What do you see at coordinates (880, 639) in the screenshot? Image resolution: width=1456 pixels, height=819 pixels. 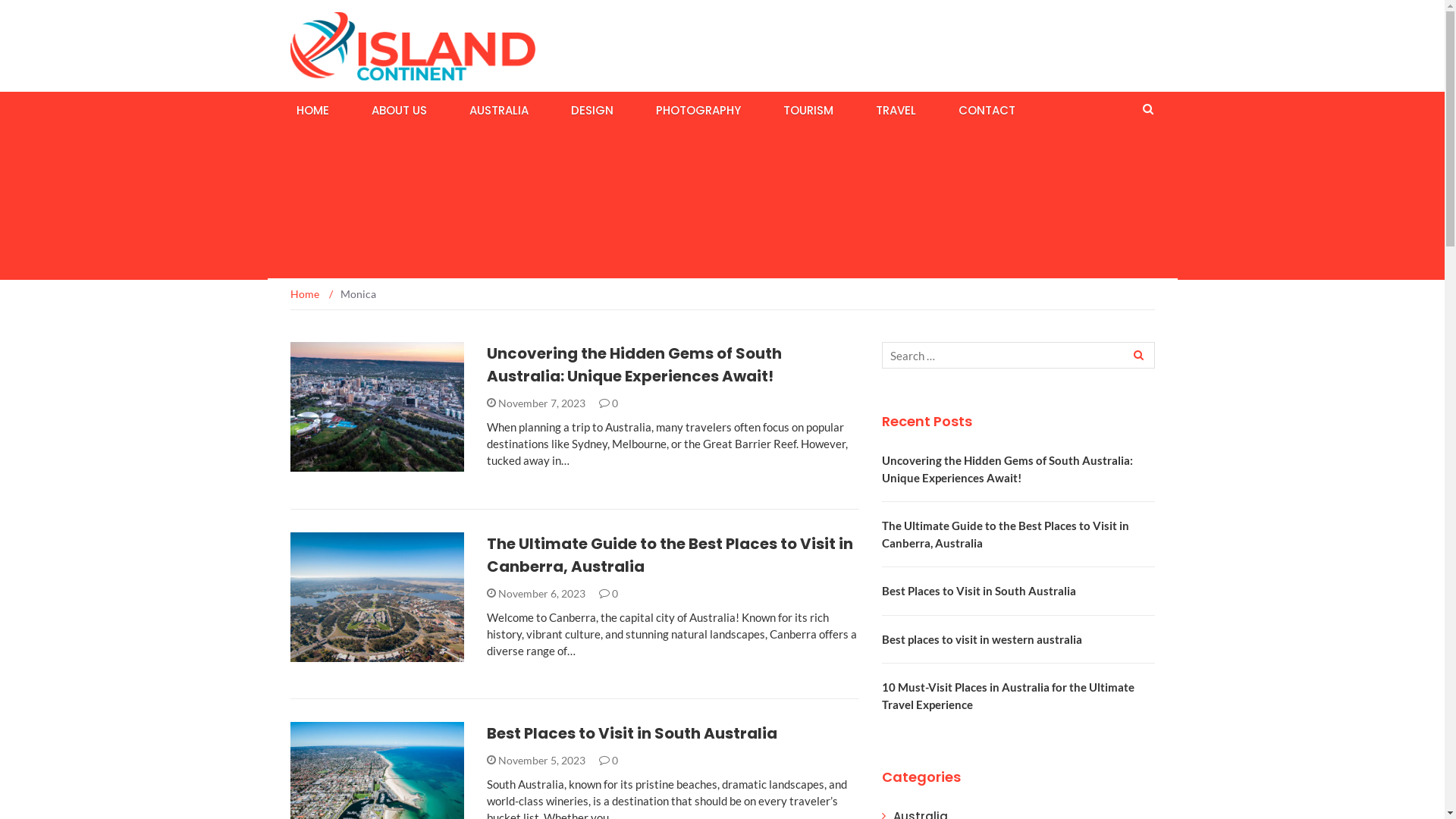 I see `'Best places to visit in western australia'` at bounding box center [880, 639].